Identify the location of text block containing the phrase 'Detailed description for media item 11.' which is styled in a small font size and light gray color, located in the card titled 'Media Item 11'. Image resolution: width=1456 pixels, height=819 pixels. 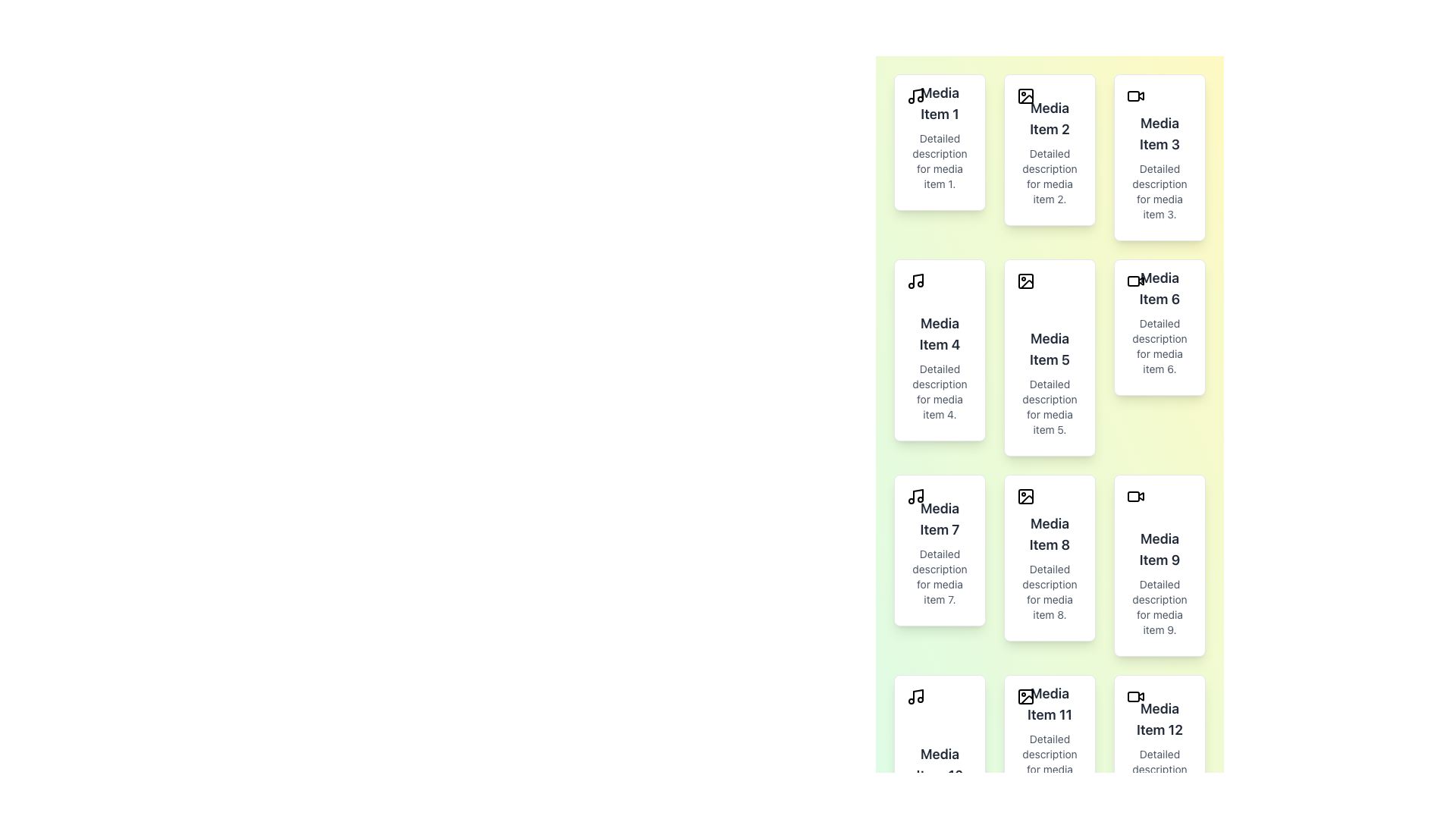
(1049, 762).